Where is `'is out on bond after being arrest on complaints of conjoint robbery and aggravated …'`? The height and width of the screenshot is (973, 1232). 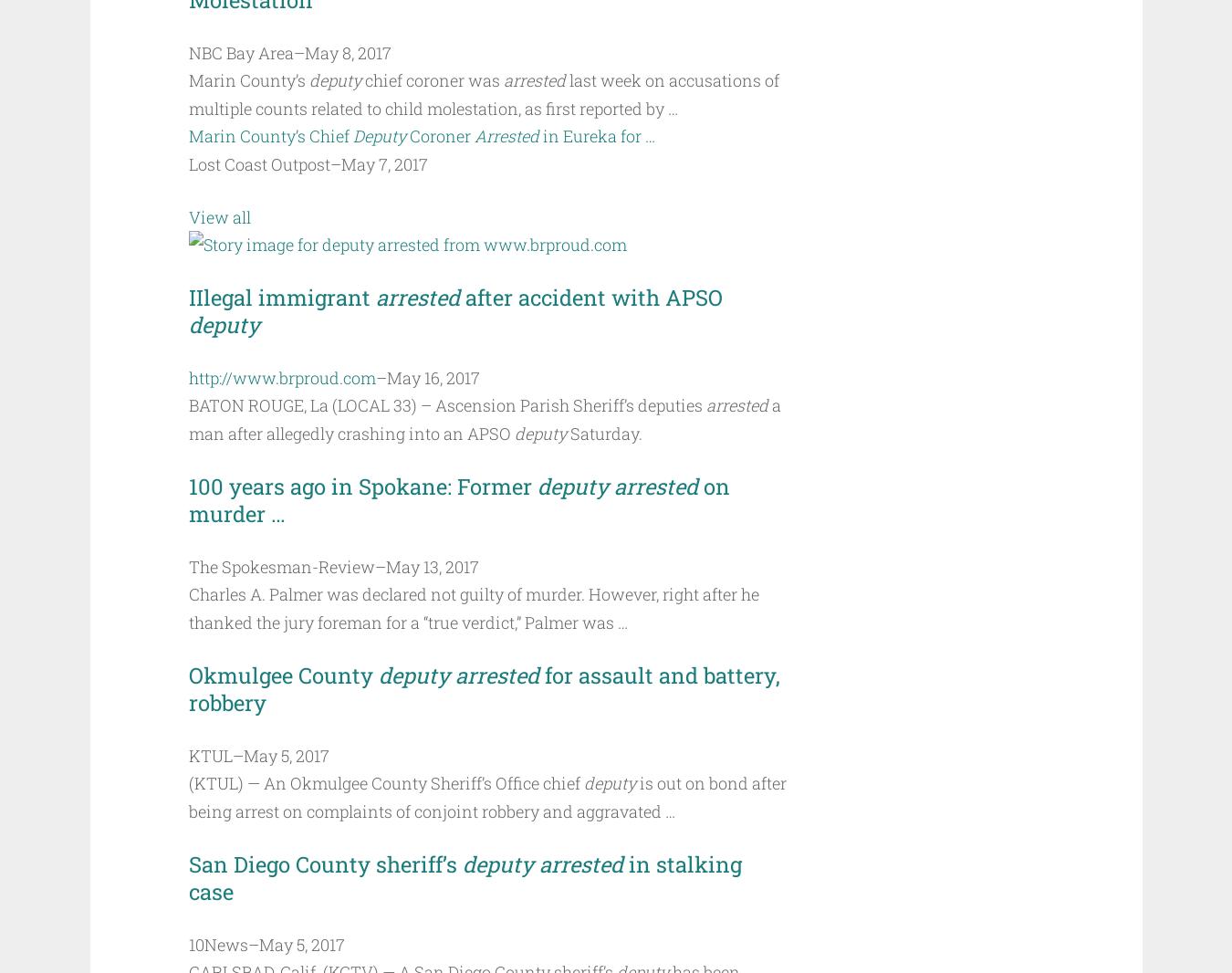
'is out on bond after being arrest on complaints of conjoint robbery and aggravated …' is located at coordinates (188, 797).